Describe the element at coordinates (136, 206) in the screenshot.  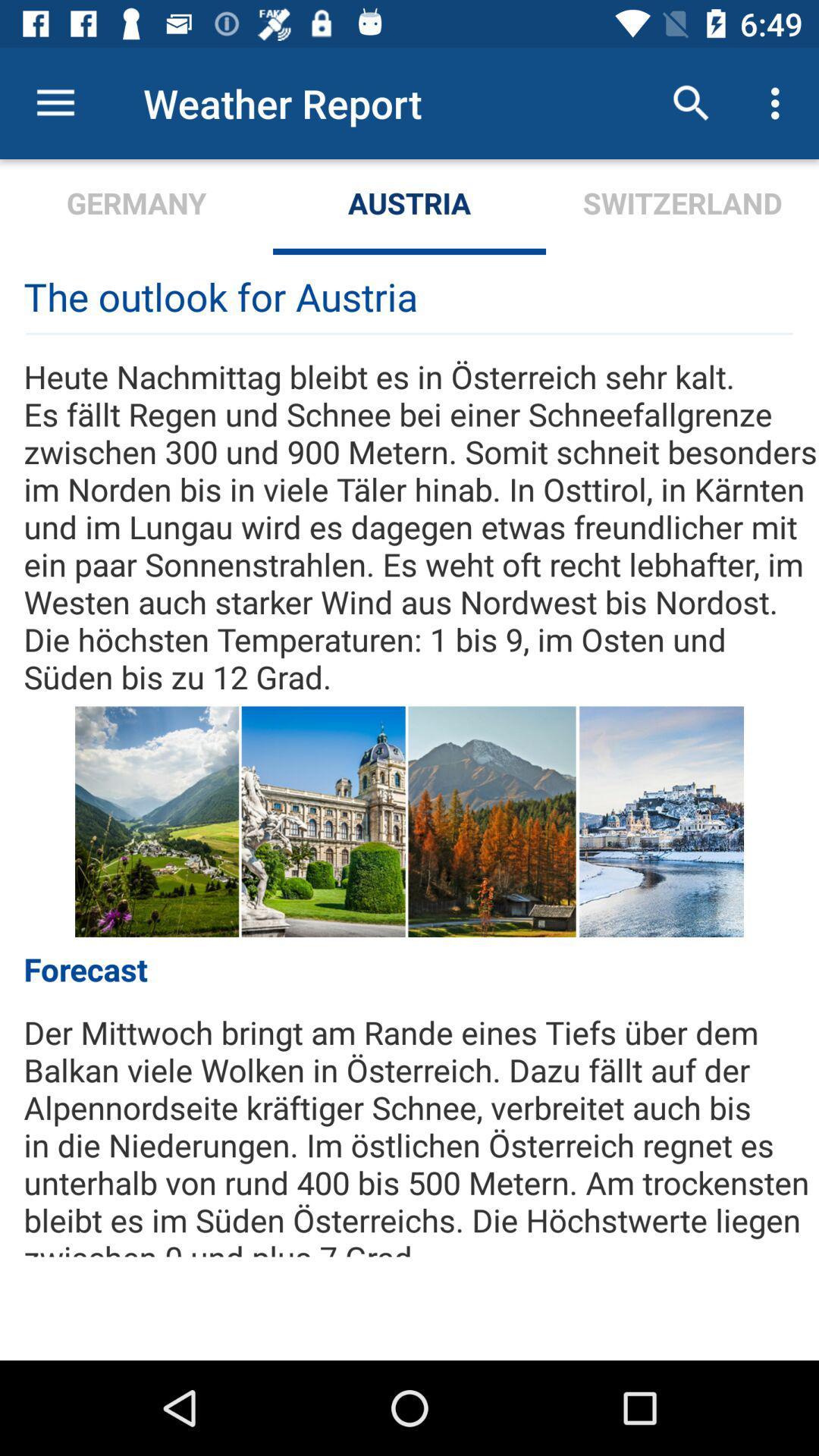
I see `germany item` at that location.